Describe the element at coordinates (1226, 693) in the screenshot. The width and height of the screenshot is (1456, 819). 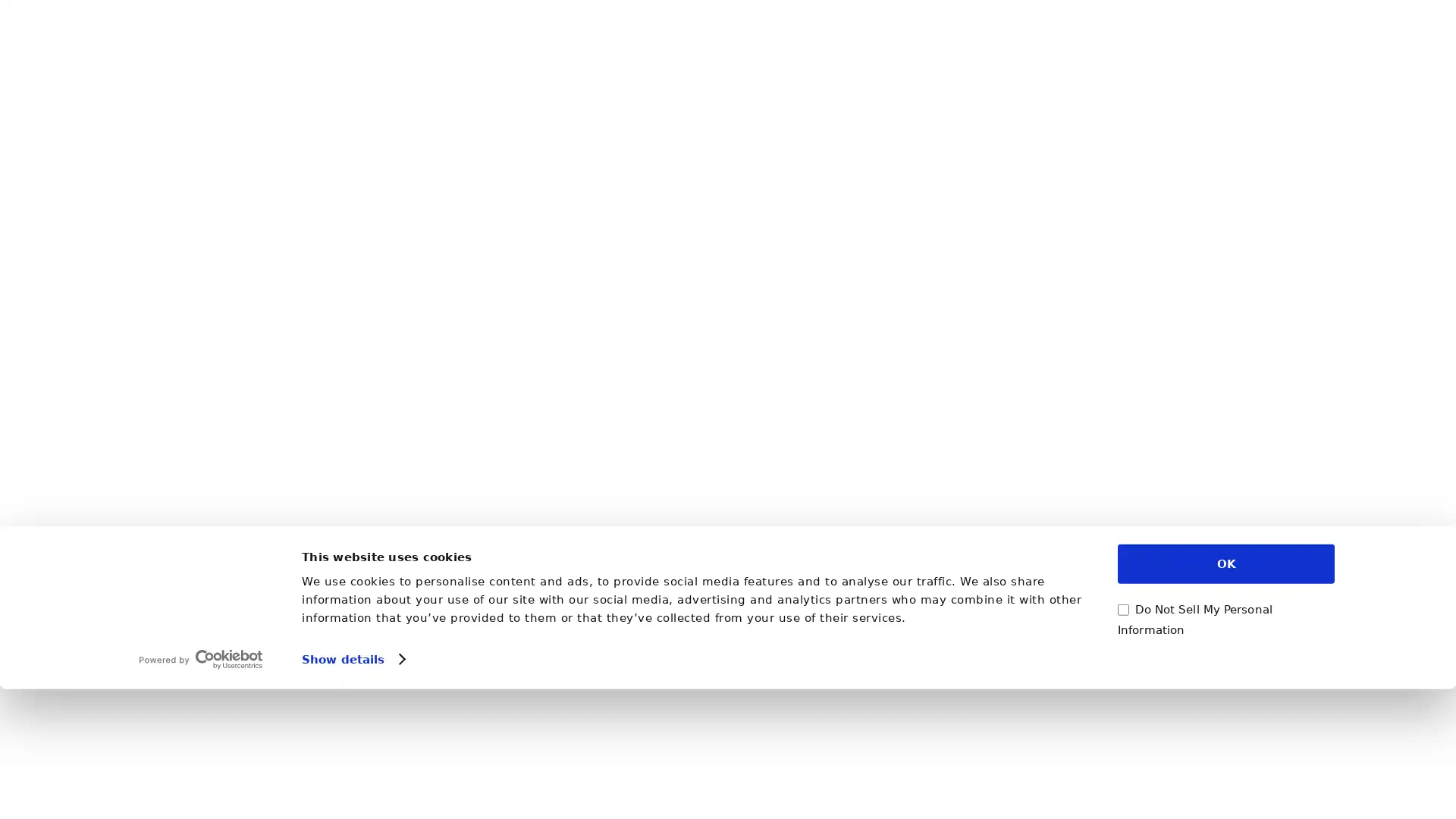
I see `OK` at that location.